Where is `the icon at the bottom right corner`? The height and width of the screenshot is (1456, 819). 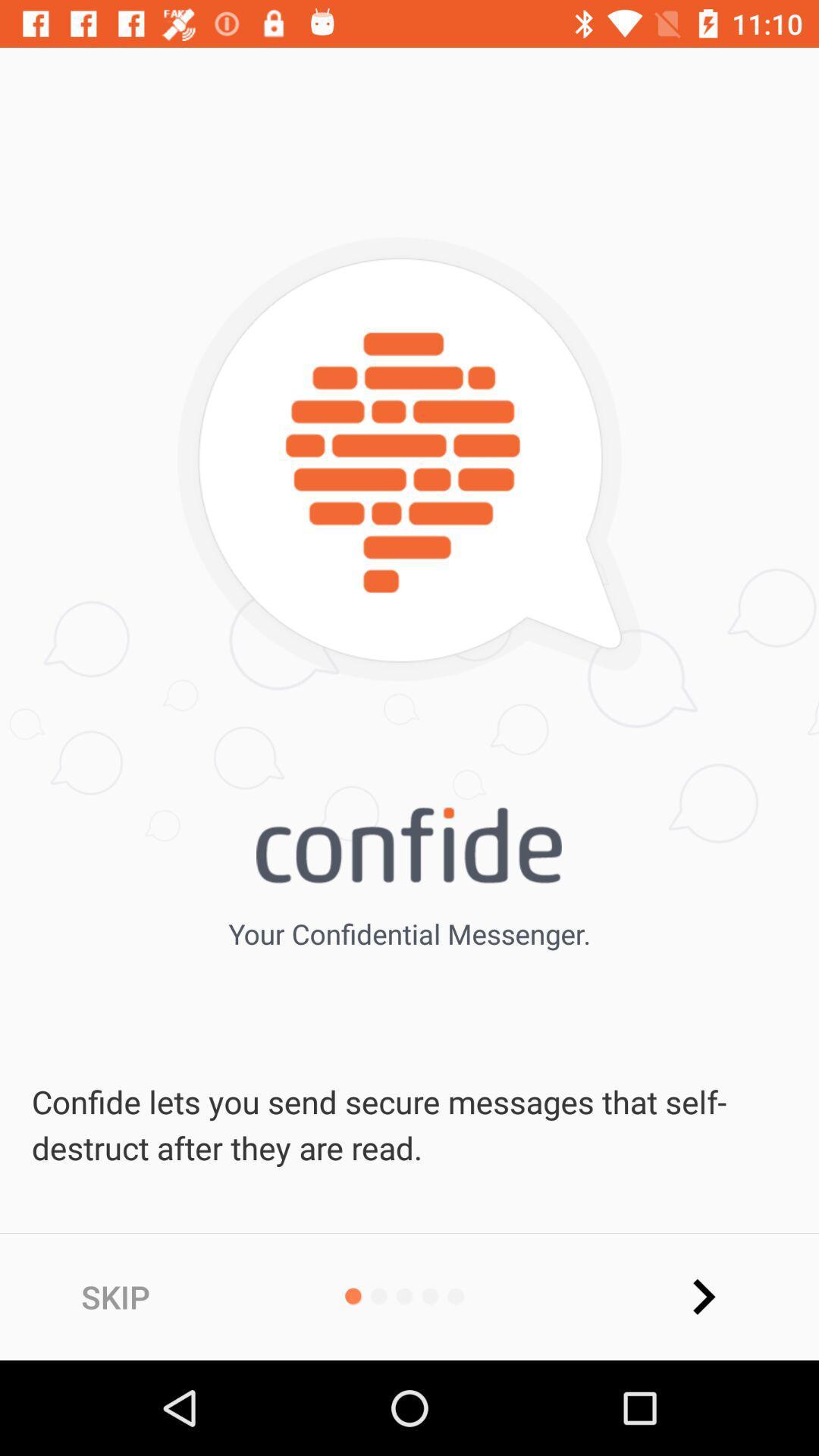
the icon at the bottom right corner is located at coordinates (703, 1296).